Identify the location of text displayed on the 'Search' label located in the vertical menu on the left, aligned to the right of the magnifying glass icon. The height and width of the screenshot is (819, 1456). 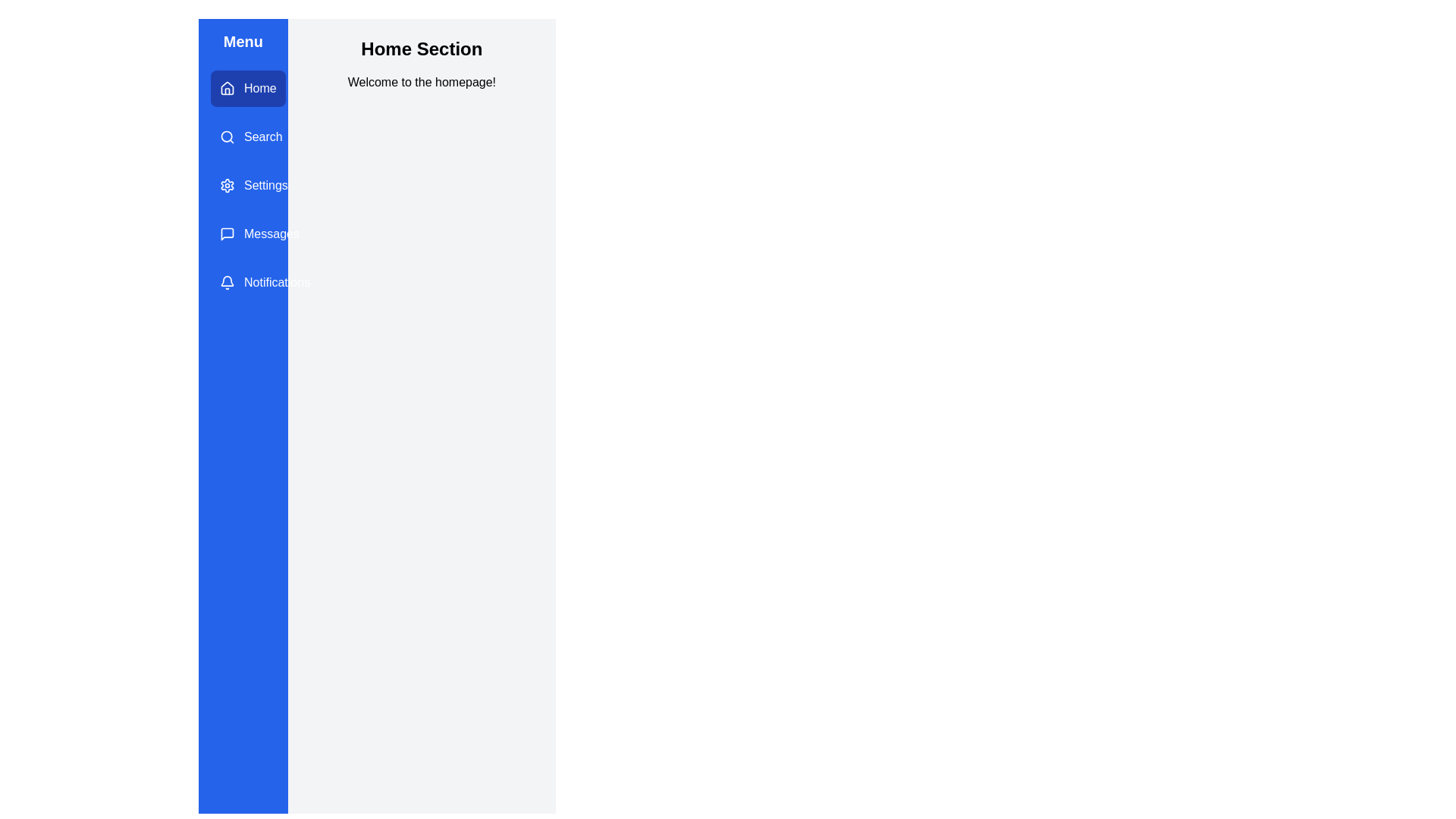
(263, 137).